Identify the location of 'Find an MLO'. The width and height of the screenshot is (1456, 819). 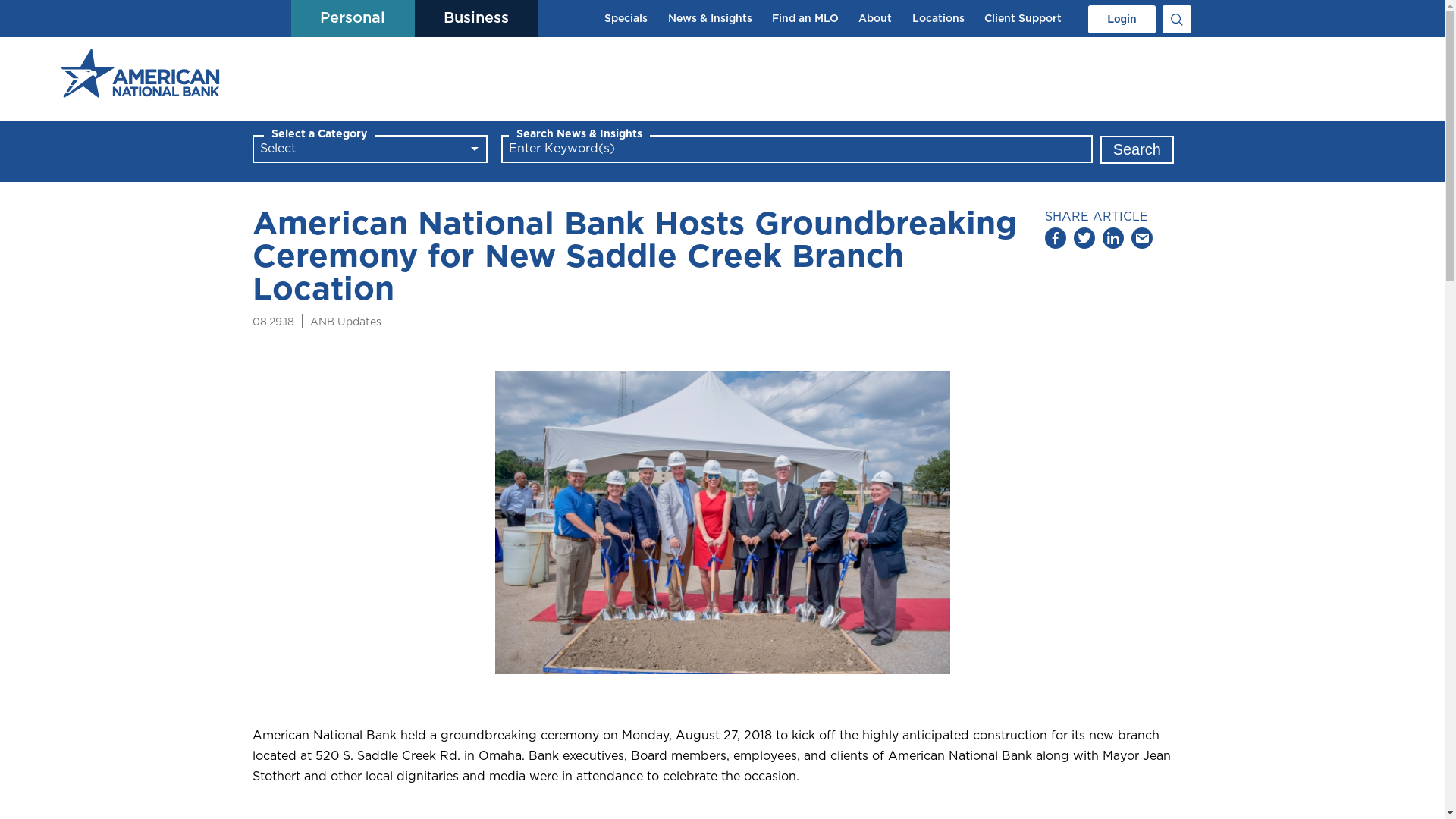
(804, 17).